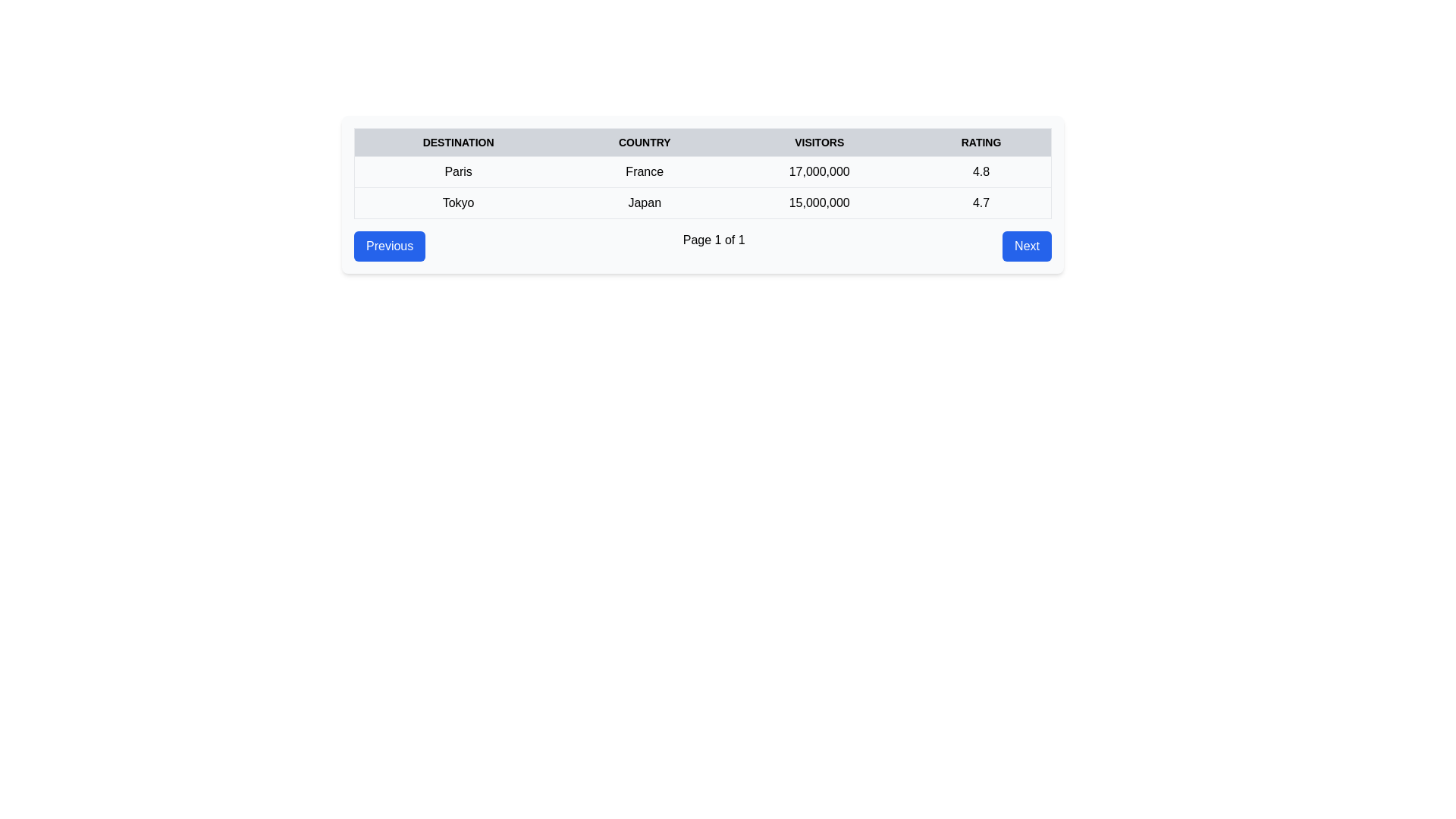 The width and height of the screenshot is (1456, 819). Describe the element at coordinates (818, 202) in the screenshot. I see `the static text display showing '15 million' visitors for 'Tokyo, Japan' located in the third column under the 'VISITORS' header` at that location.